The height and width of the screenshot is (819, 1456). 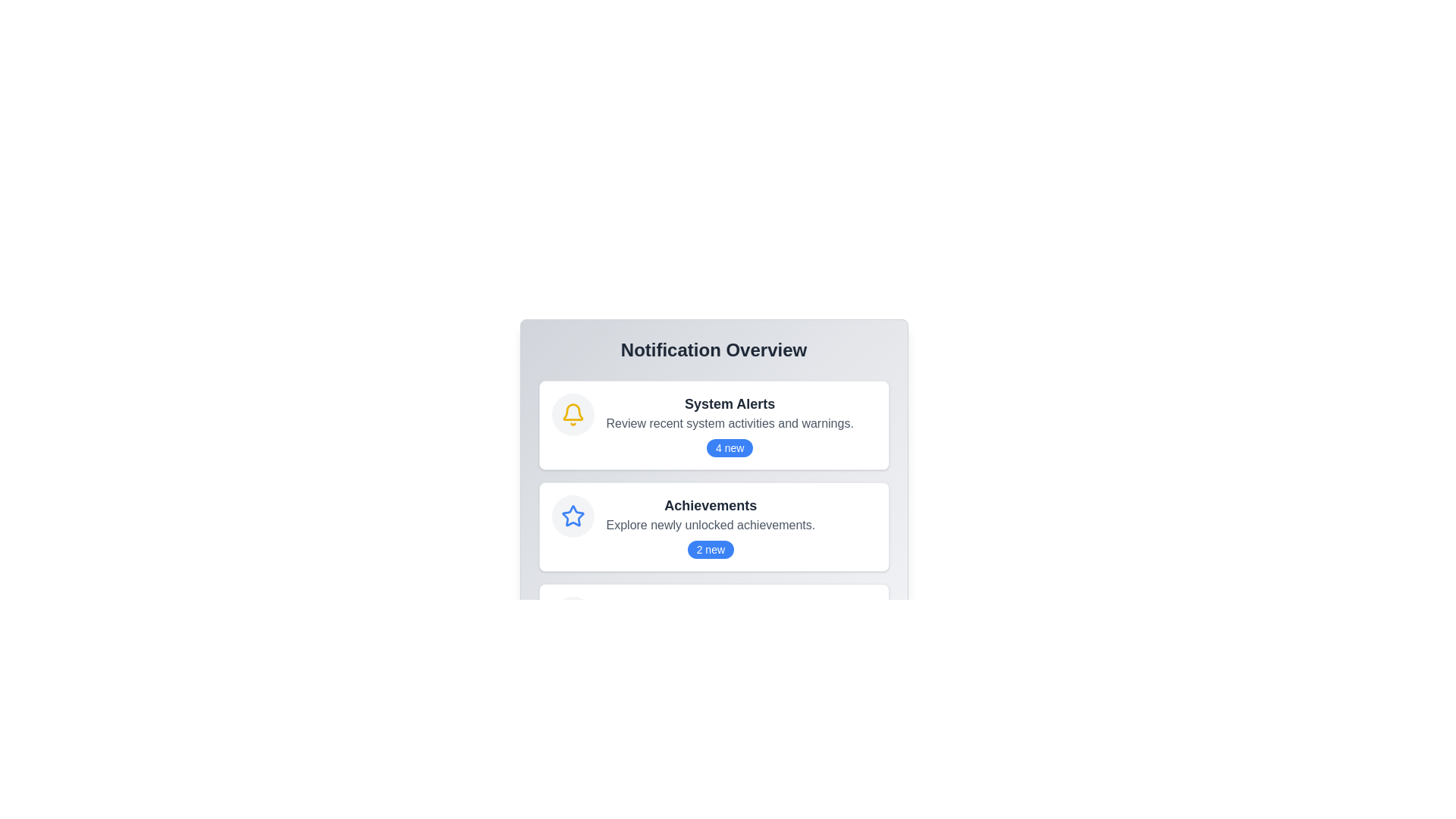 What do you see at coordinates (572, 516) in the screenshot?
I see `the star icon located on the right-hand side of the 'Achievements' section in the notifications list, which denotes an achievement-related notification` at bounding box center [572, 516].